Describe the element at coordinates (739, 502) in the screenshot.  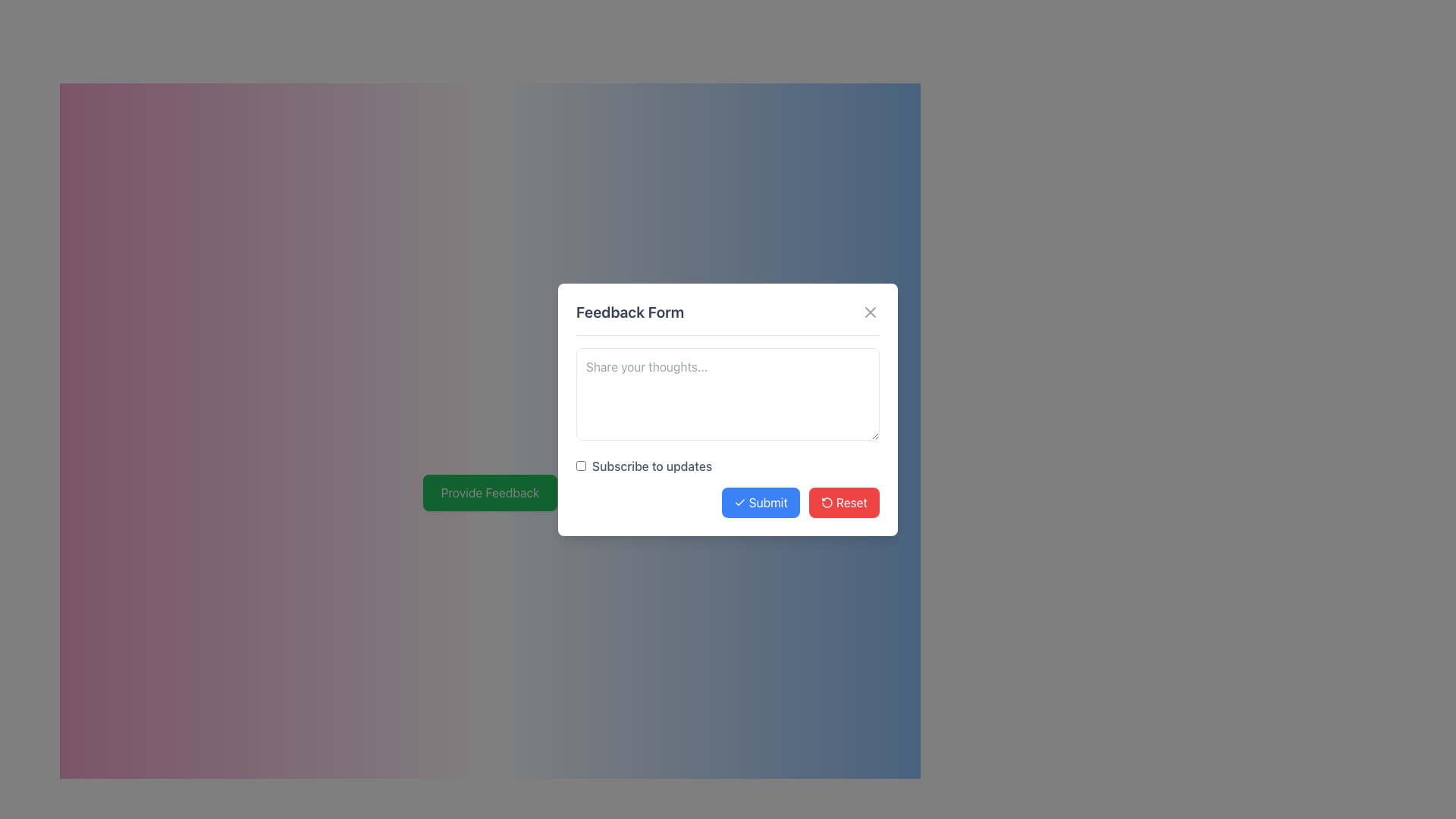
I see `the checkmark icon located within the blue 'Submit' button at the center of the button in the dialog box's footer` at that location.